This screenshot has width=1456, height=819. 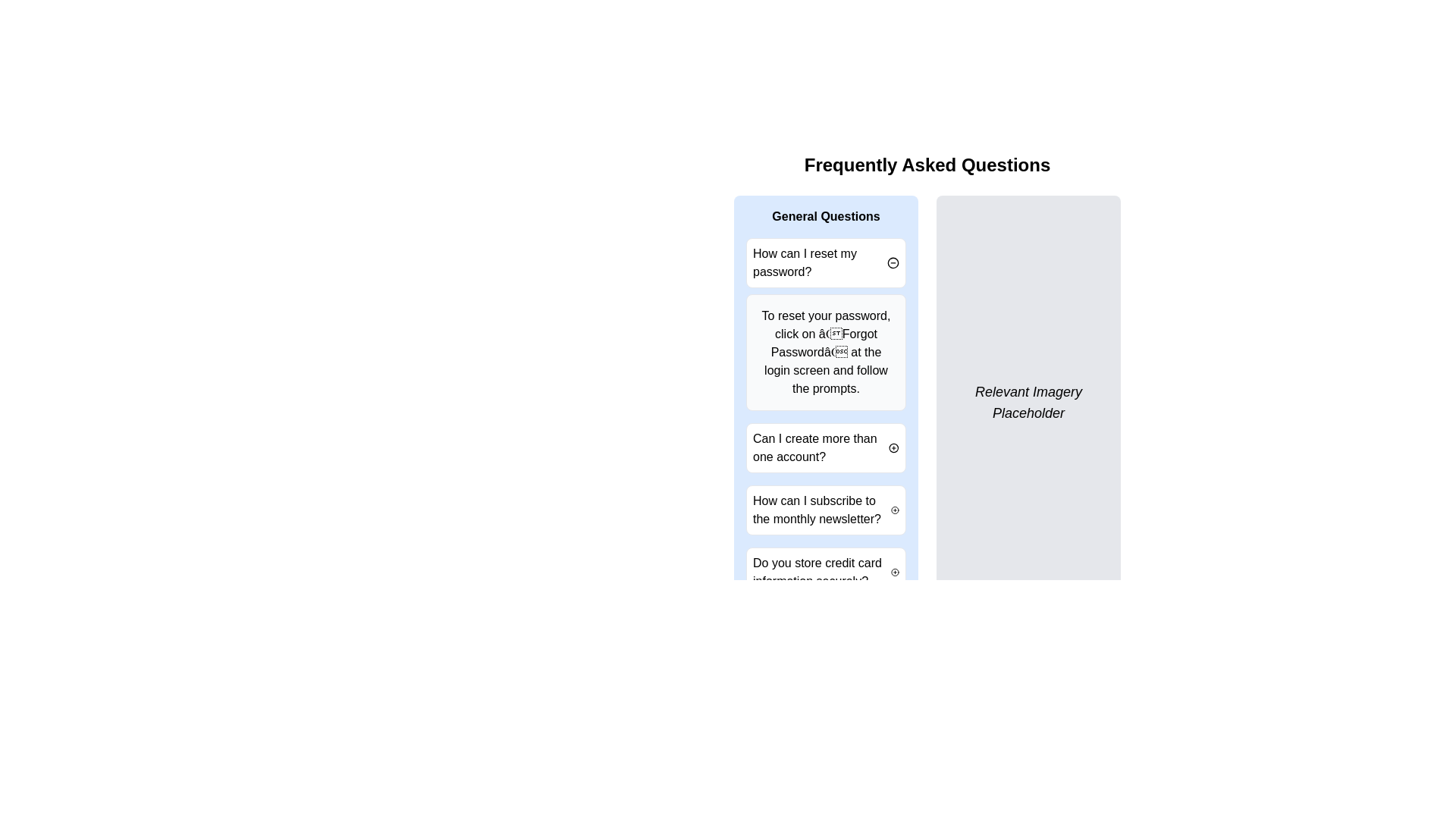 I want to click on the central circular SVG graphic element associated with the fourth question in the FAQ list, so click(x=895, y=510).